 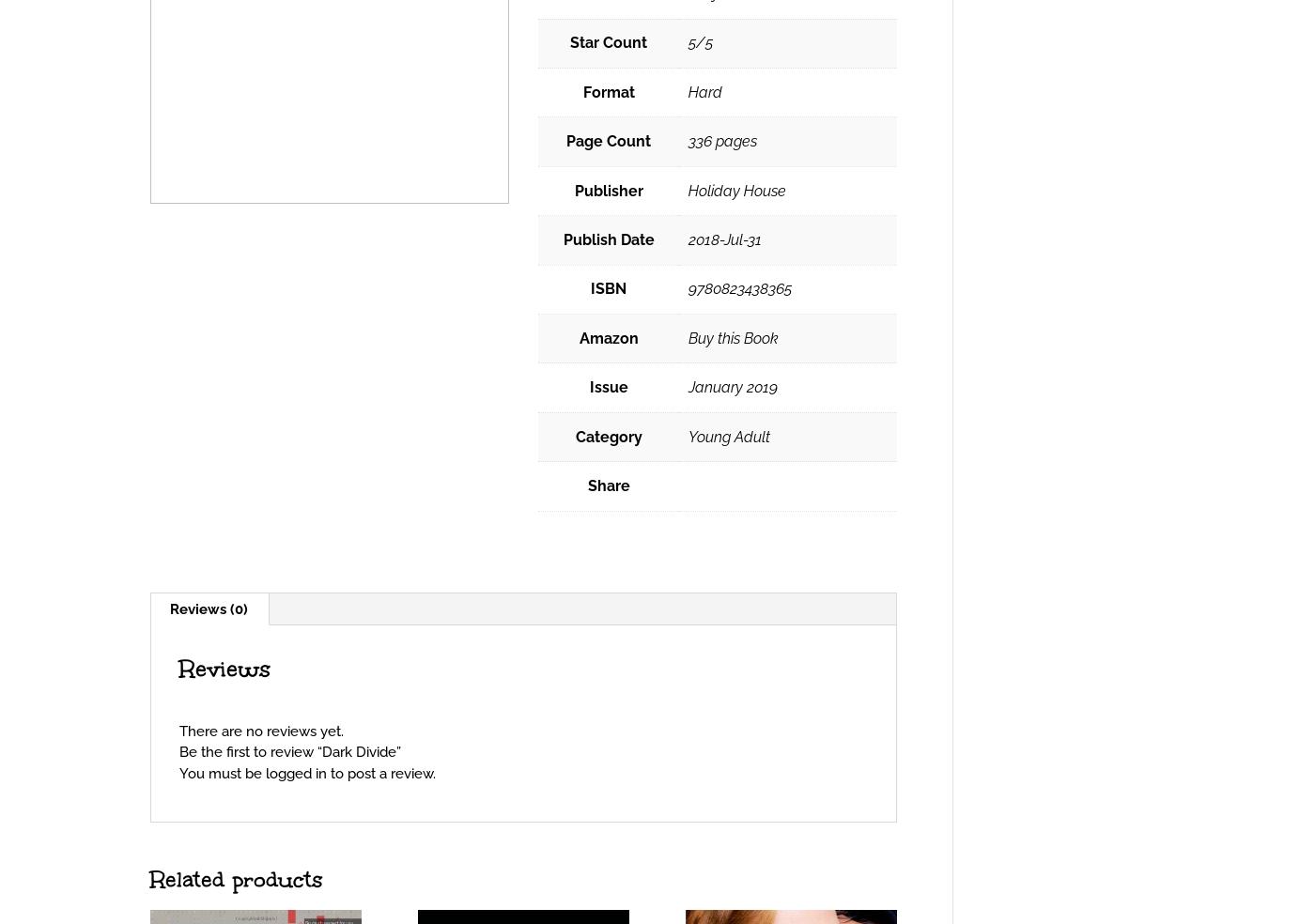 What do you see at coordinates (731, 336) in the screenshot?
I see `'Buy this Book'` at bounding box center [731, 336].